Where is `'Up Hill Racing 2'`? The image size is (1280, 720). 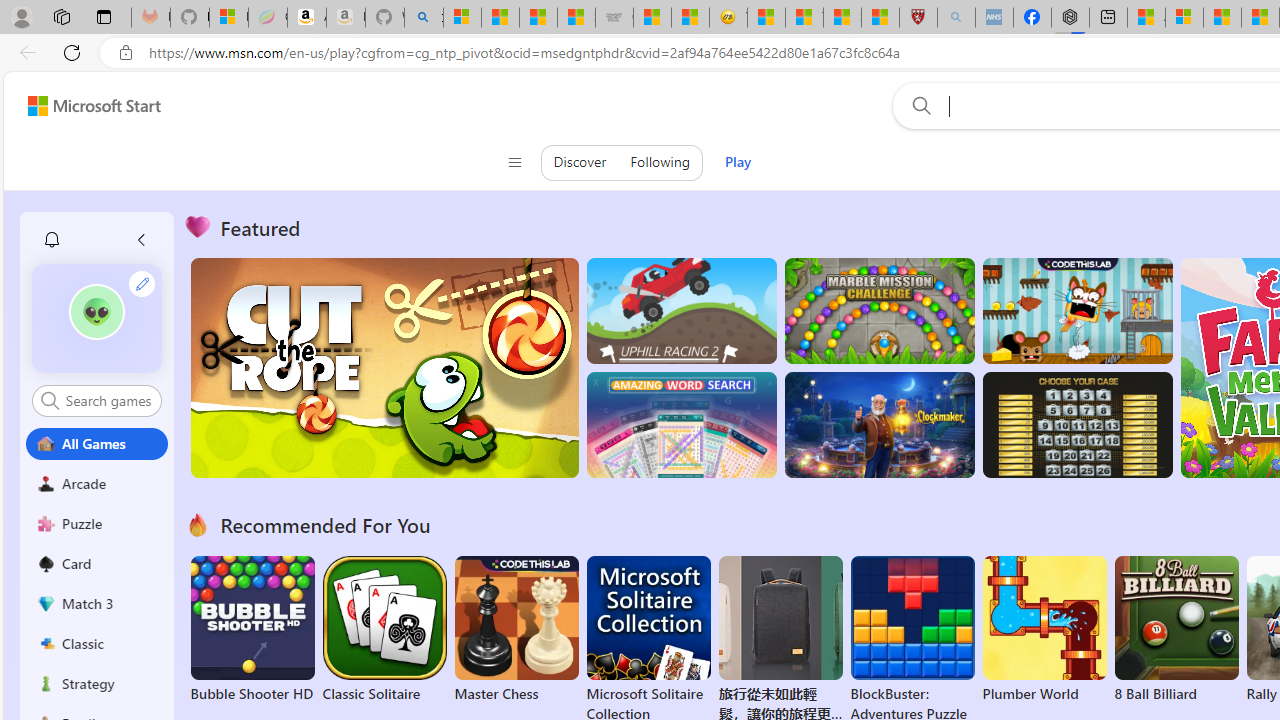
'Up Hill Racing 2' is located at coordinates (681, 311).